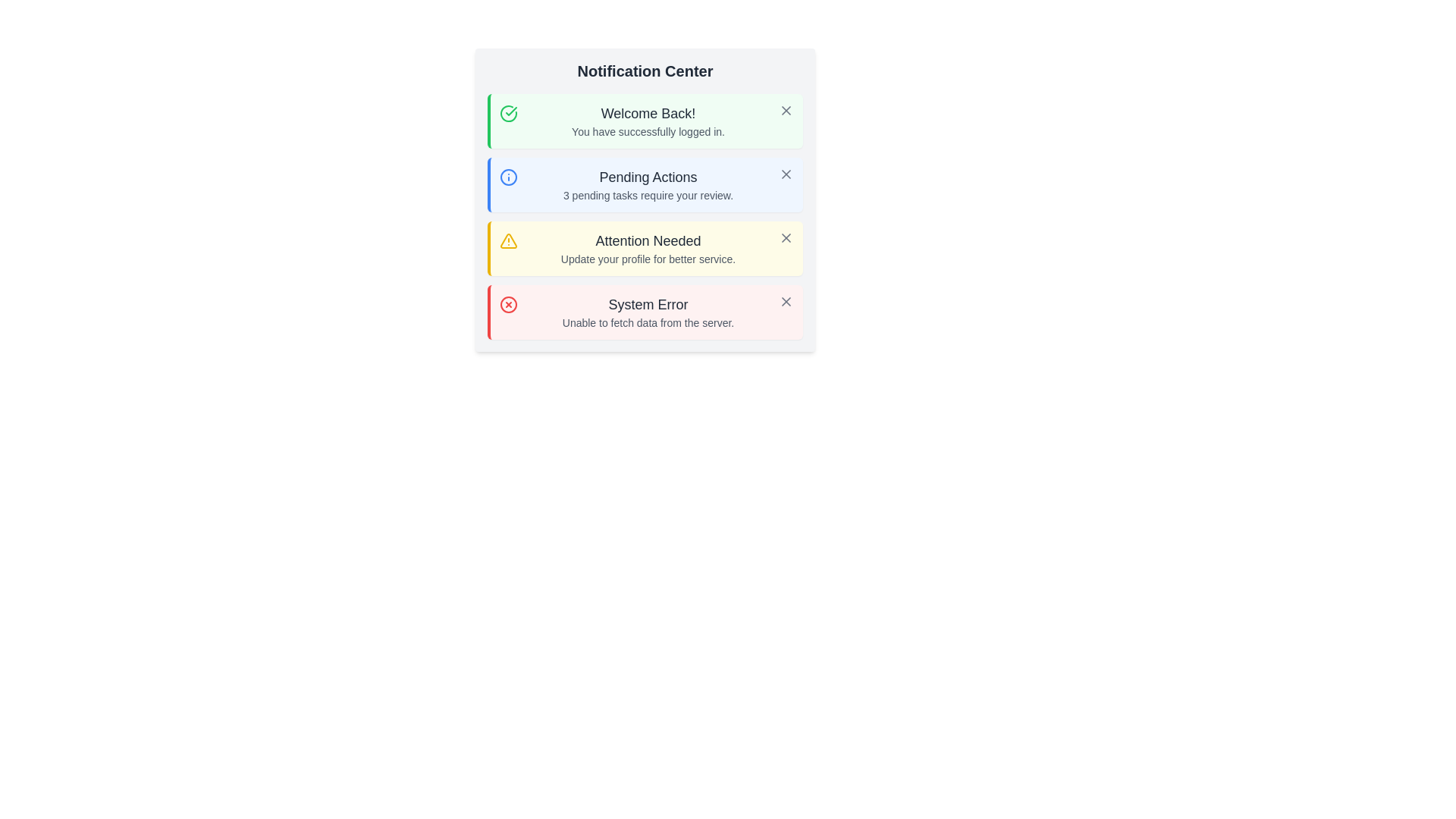 The image size is (1456, 819). What do you see at coordinates (509, 113) in the screenshot?
I see `the circular icon with a green outline and a checkmark inside, located at the top left corner of the 'Welcome Back!' notification box` at bounding box center [509, 113].